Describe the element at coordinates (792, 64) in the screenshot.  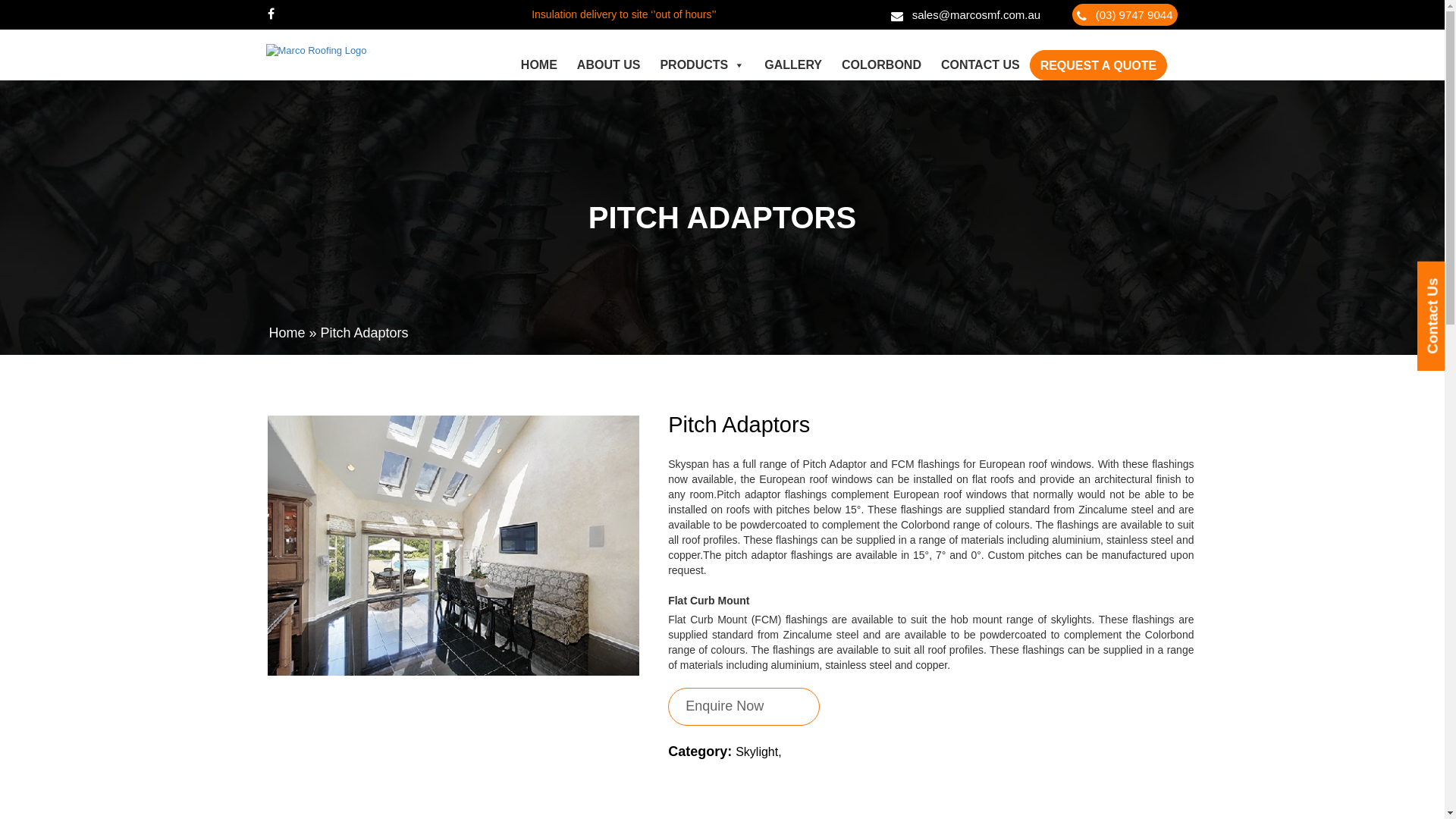
I see `'GALLERY'` at that location.